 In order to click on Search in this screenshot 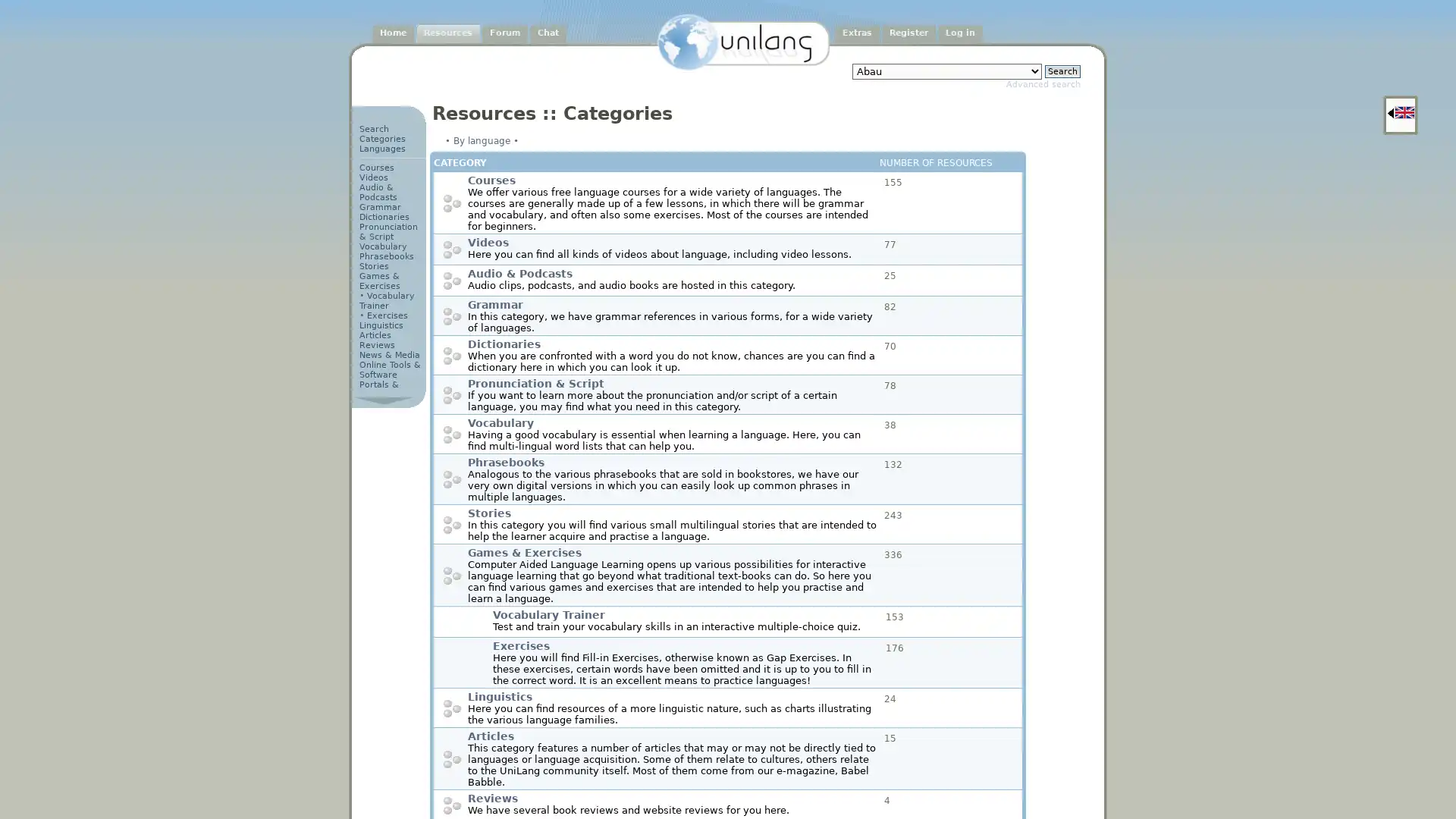, I will do `click(1062, 71)`.